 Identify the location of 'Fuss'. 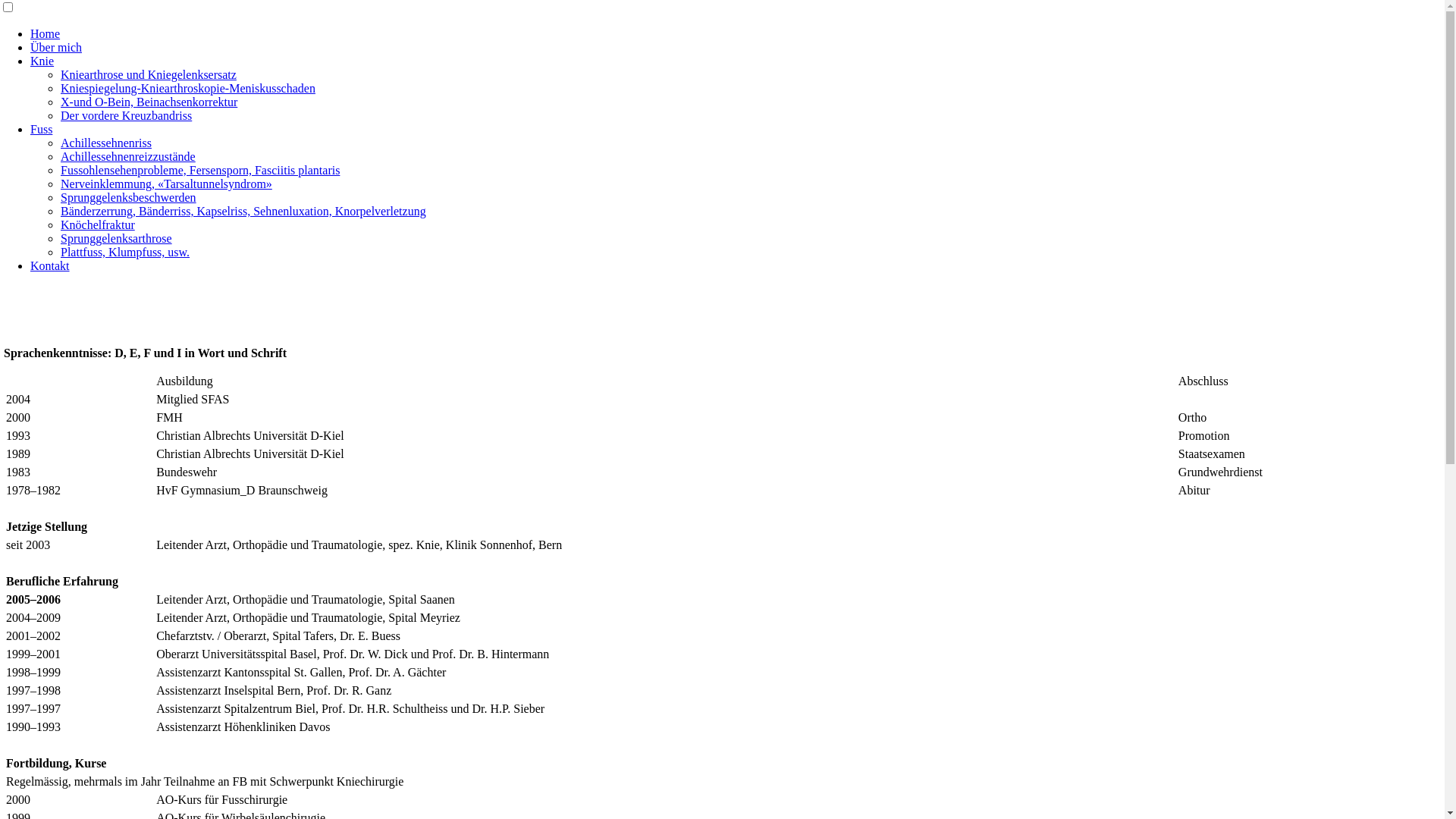
(41, 128).